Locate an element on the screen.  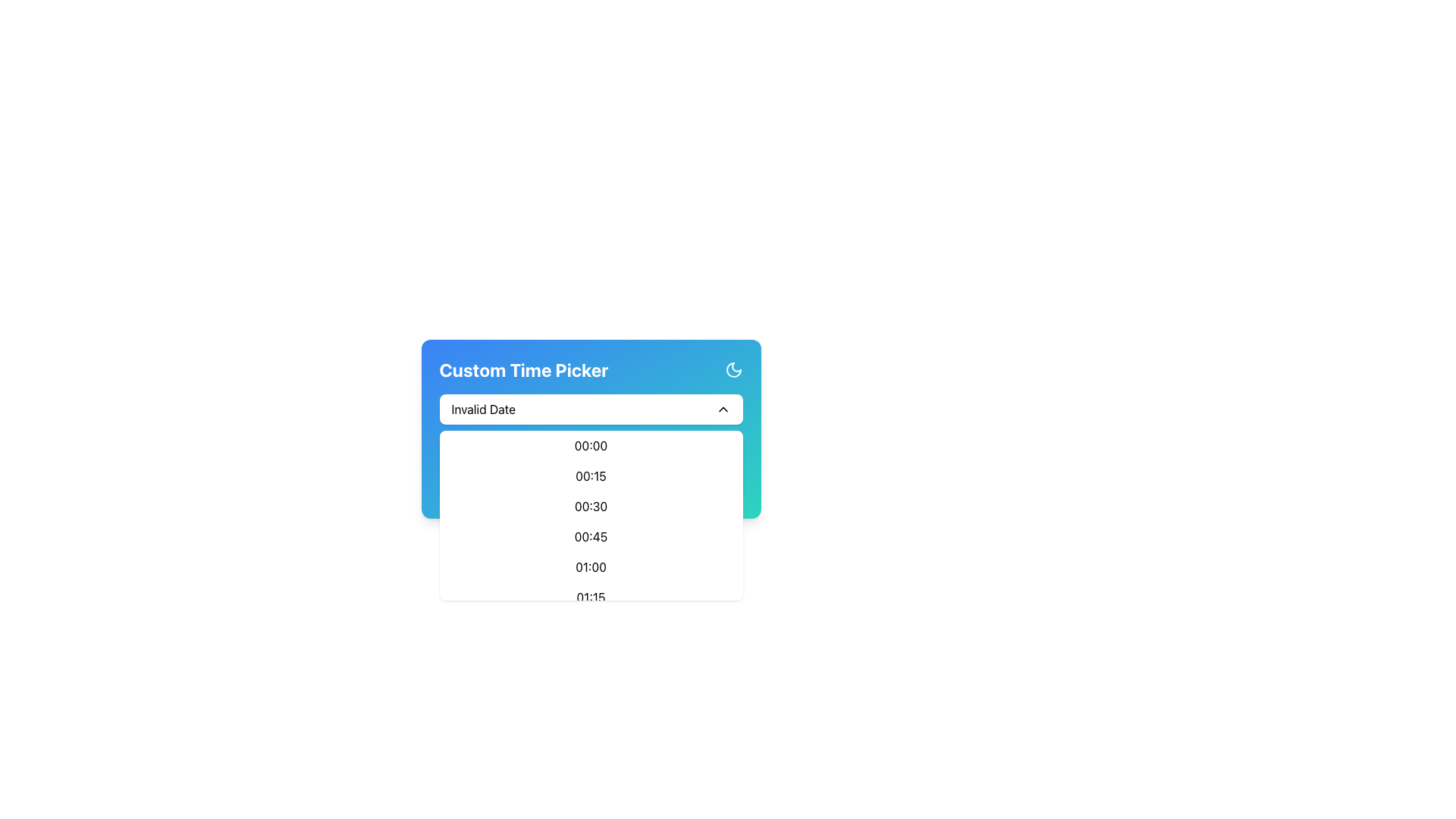
the list item displaying '00:15' in a black font within the dropdown list of the time picker is located at coordinates (590, 475).